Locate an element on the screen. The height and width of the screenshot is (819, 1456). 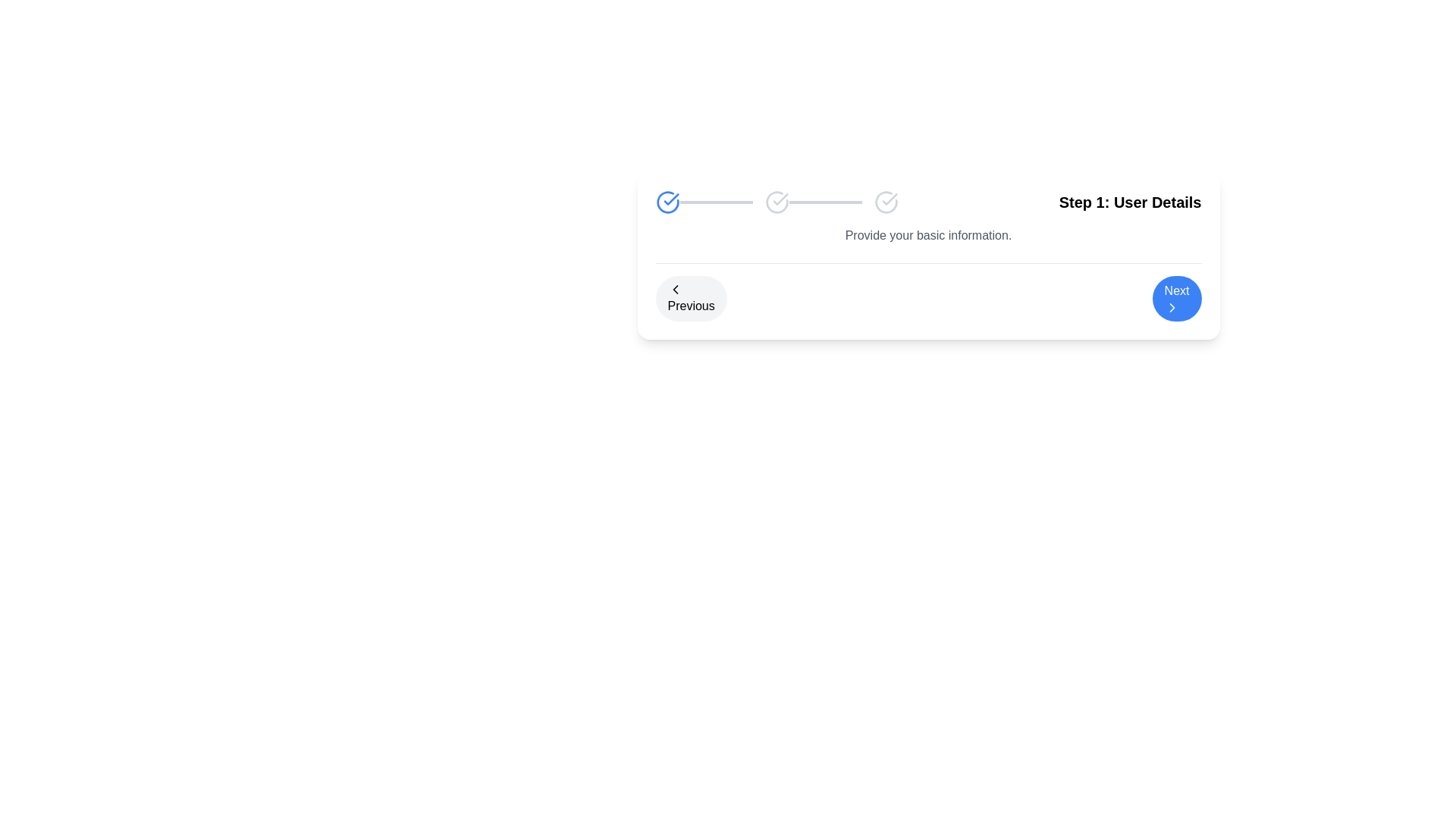
the chevron-left icon, which is part of the 'Previous' navigation button located at the bottom-left corner of the interface is located at coordinates (674, 289).